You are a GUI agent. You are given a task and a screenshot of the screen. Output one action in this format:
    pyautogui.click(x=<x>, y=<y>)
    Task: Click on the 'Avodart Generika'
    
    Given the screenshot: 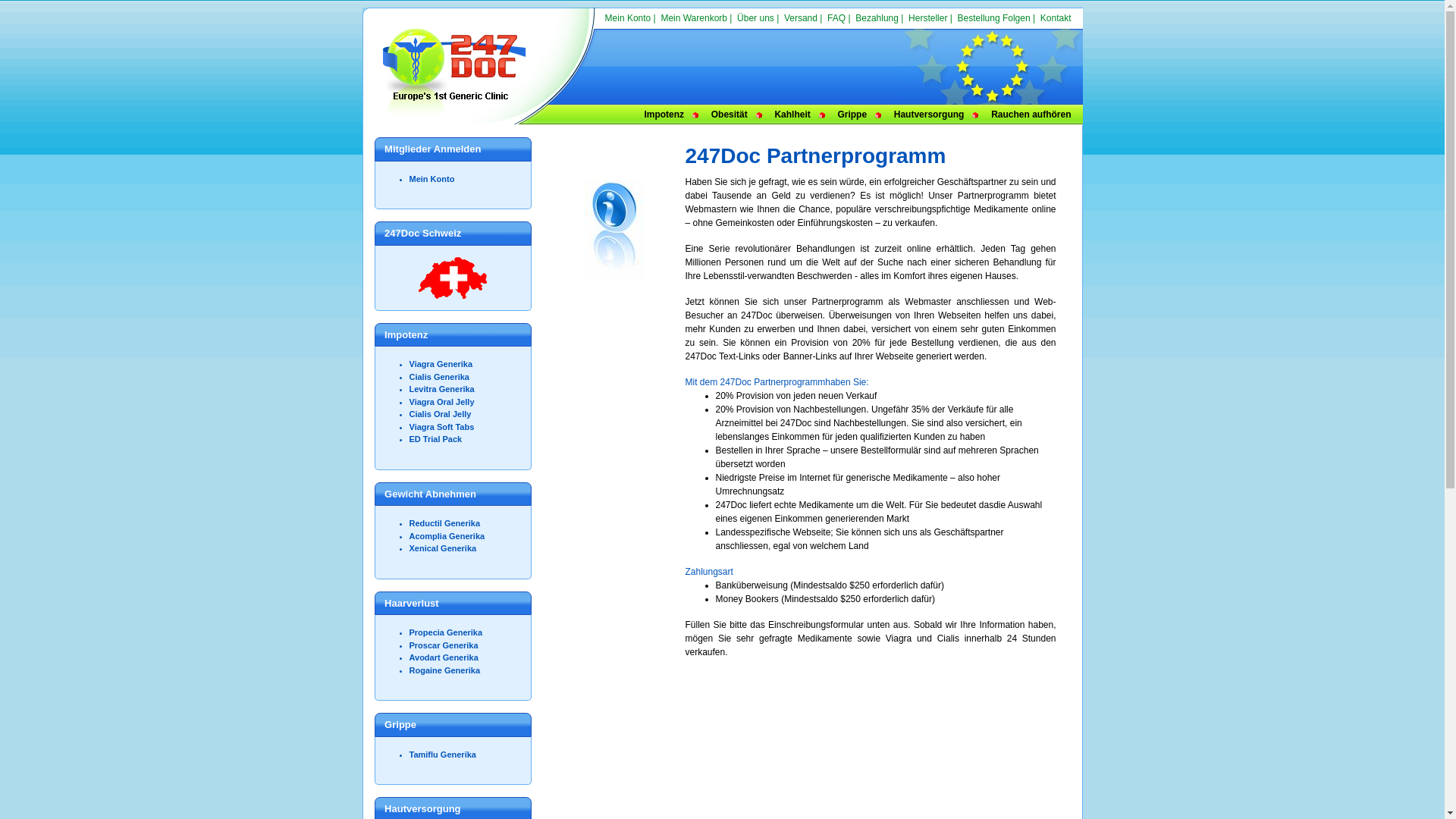 What is the action you would take?
    pyautogui.click(x=443, y=657)
    